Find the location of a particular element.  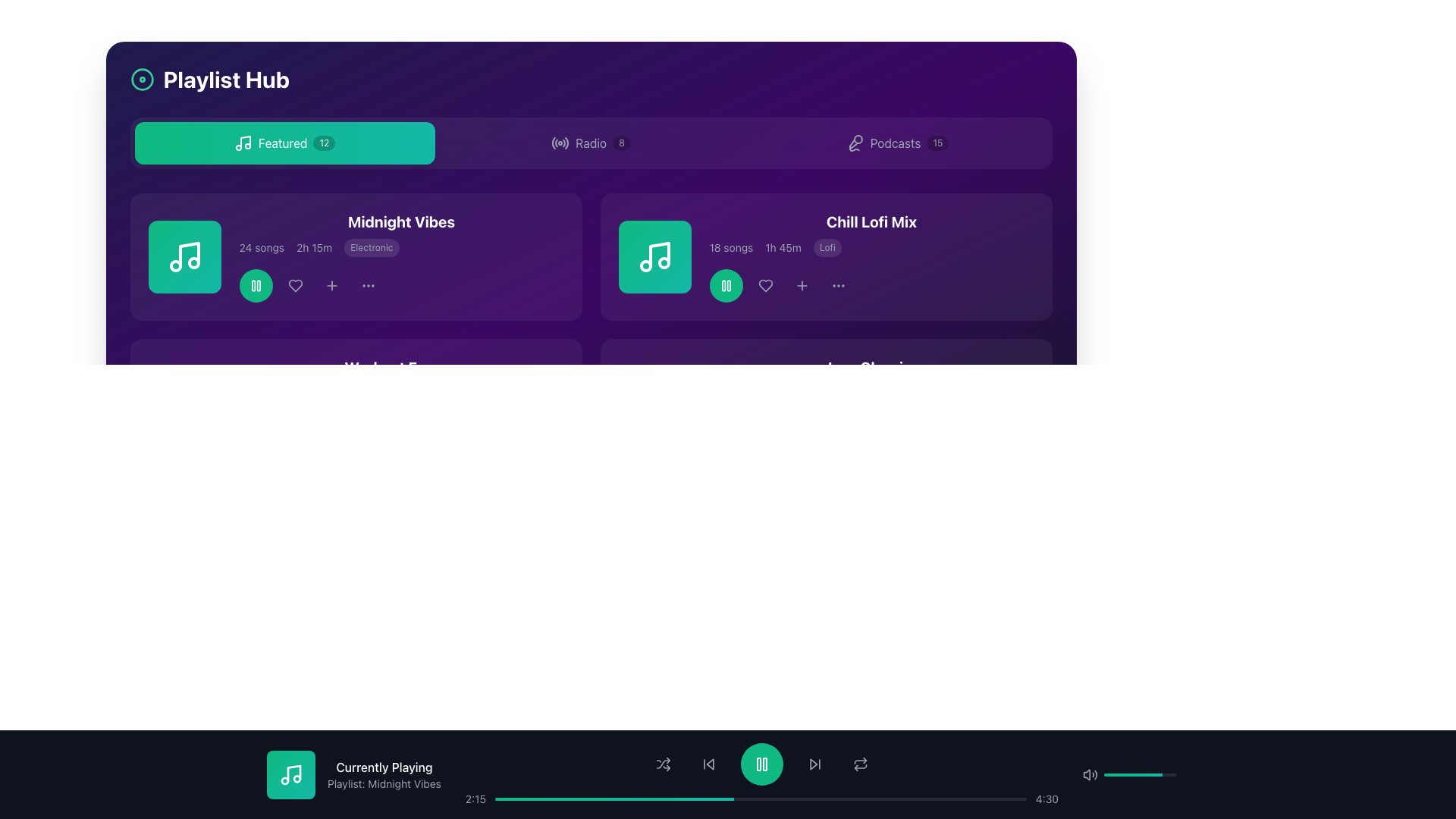

the volume control slider located in the bottom-right corner of the footer area, to the right of the text '4:30', for additional visual feedback is located at coordinates (1135, 775).